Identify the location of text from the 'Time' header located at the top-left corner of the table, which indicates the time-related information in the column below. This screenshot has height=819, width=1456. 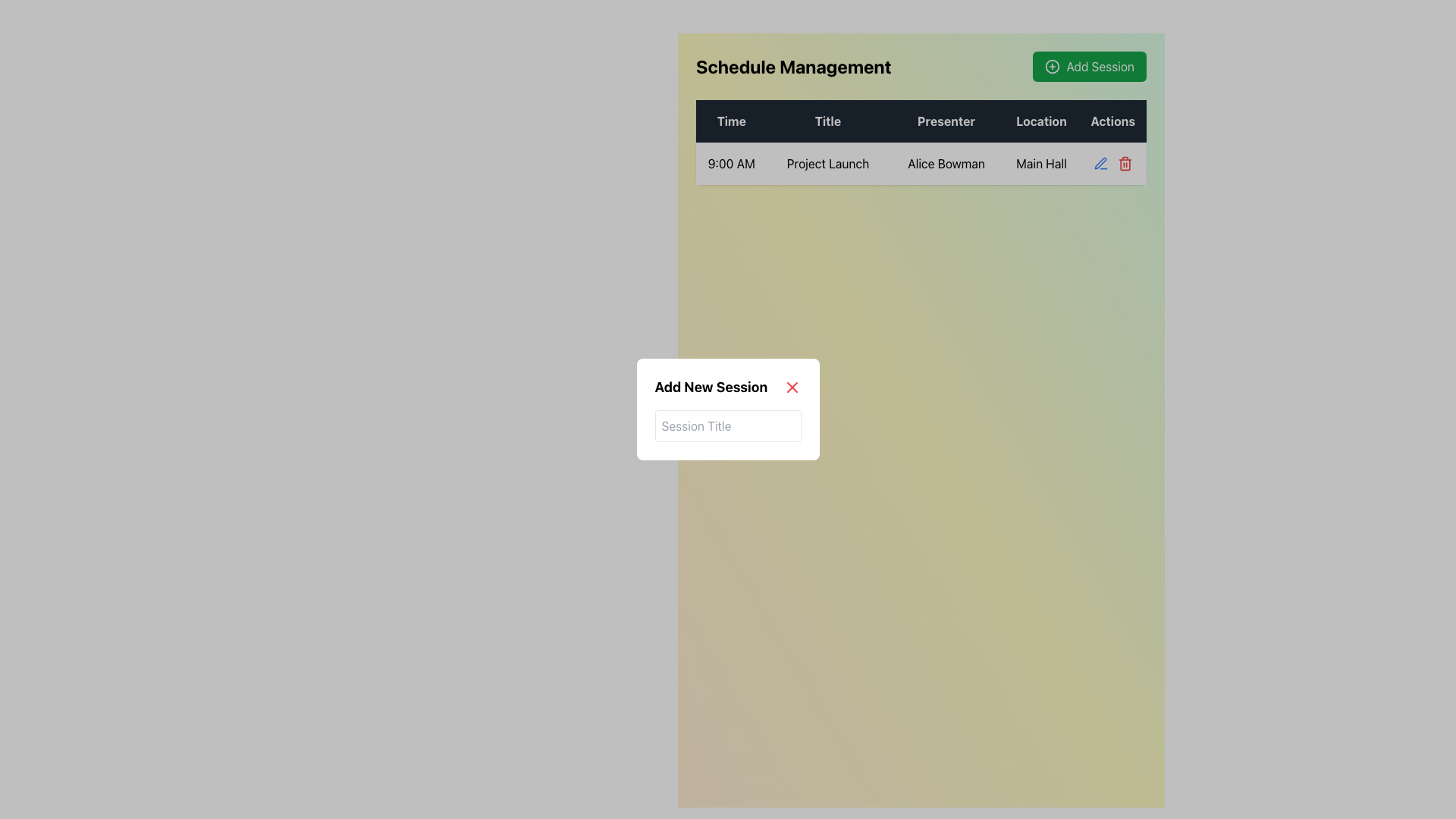
(731, 120).